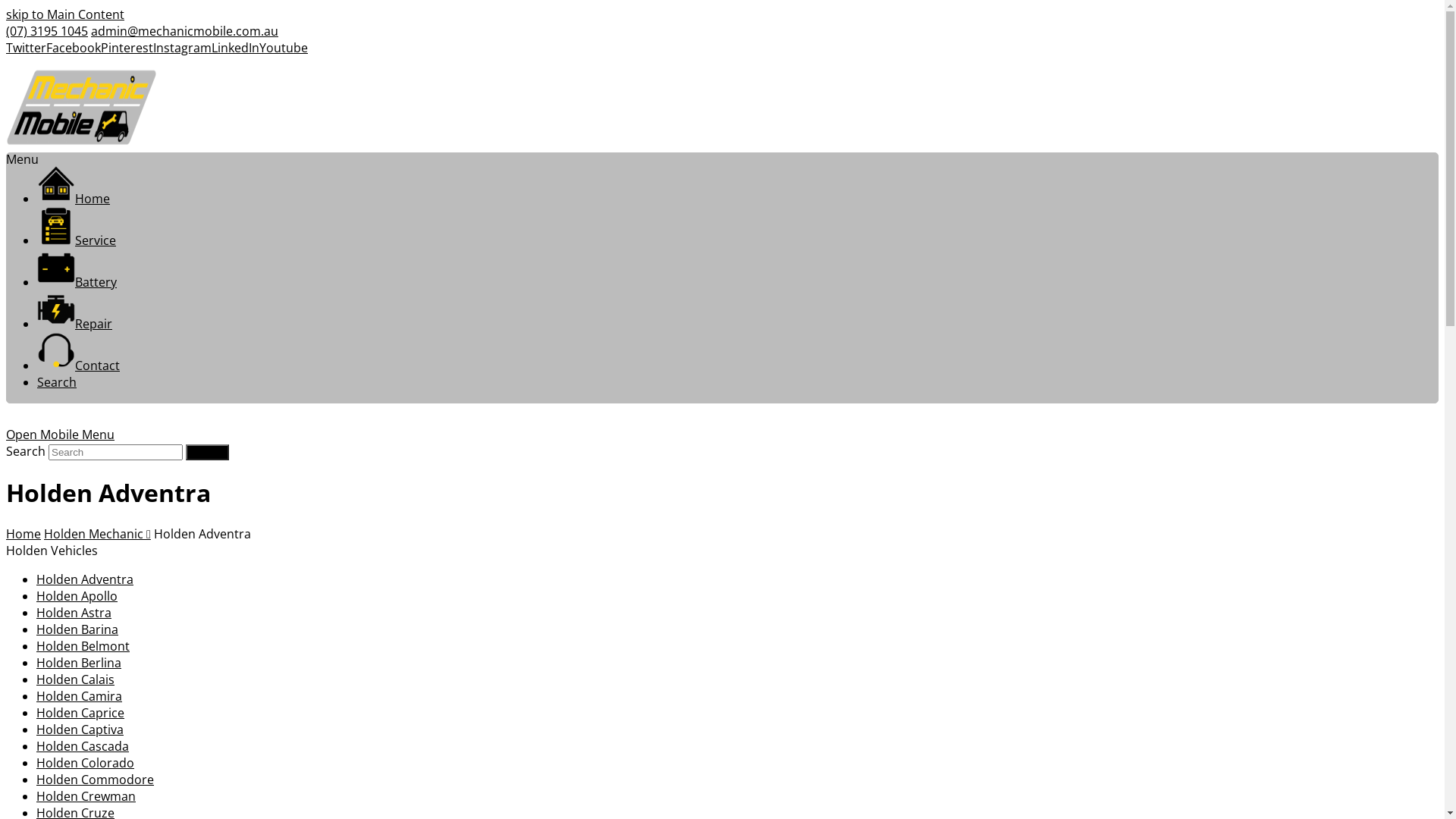 Image resolution: width=1456 pixels, height=819 pixels. I want to click on 'Youtube', so click(284, 46).